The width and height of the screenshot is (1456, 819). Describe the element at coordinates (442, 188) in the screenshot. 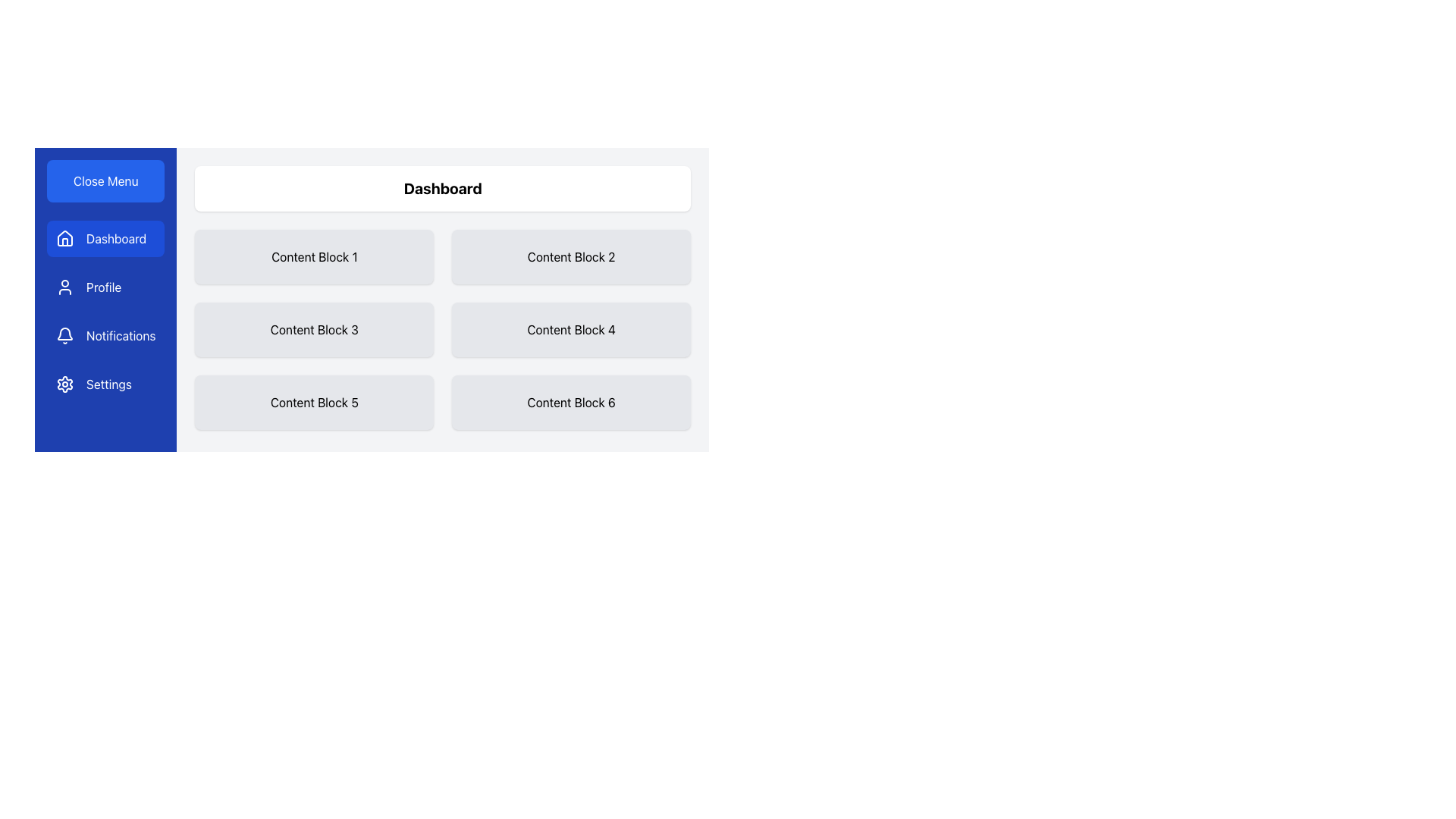

I see `the Header or Title Section which has a white background and displays the text 'Dashboard' in bold and large size, located at the top of the main content area` at that location.